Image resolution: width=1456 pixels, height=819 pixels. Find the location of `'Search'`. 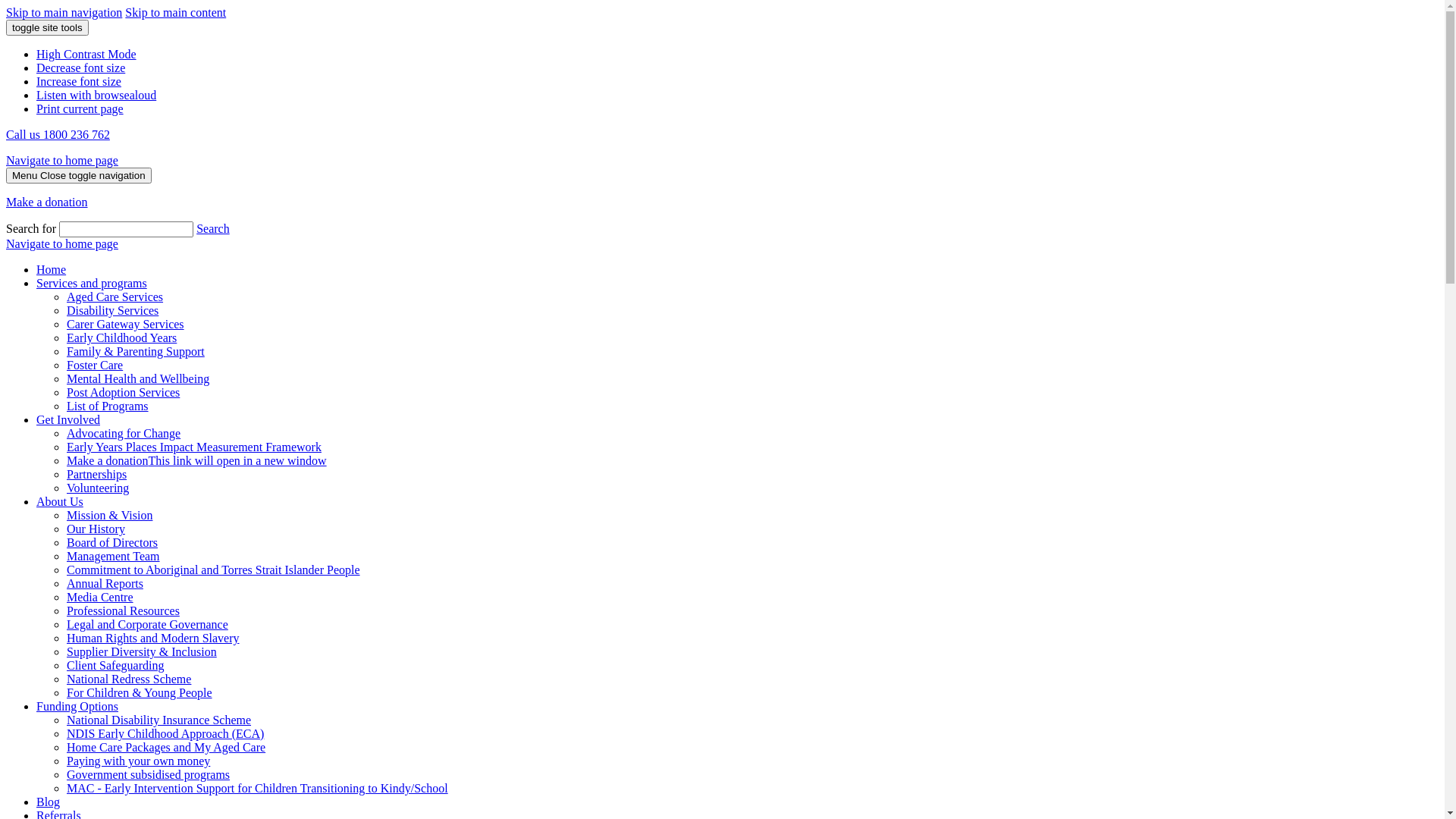

'Search' is located at coordinates (196, 228).